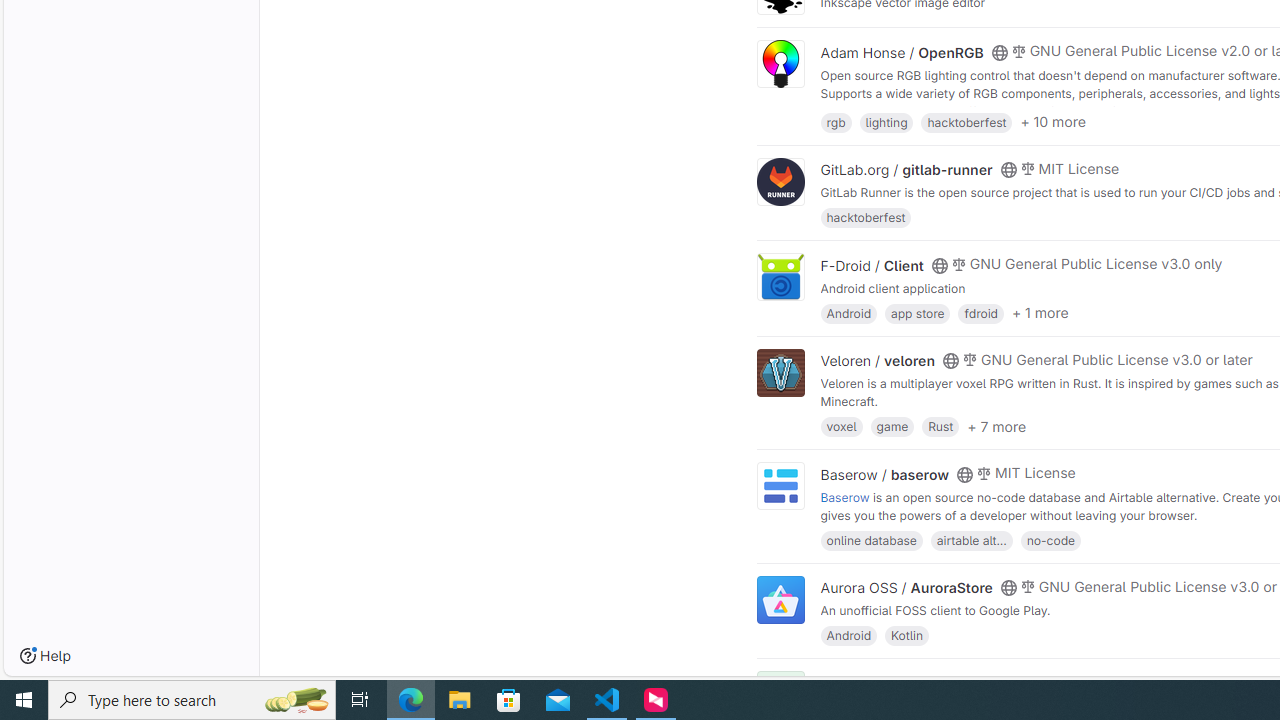 The height and width of the screenshot is (720, 1280). Describe the element at coordinates (848, 635) in the screenshot. I see `'Android'` at that location.